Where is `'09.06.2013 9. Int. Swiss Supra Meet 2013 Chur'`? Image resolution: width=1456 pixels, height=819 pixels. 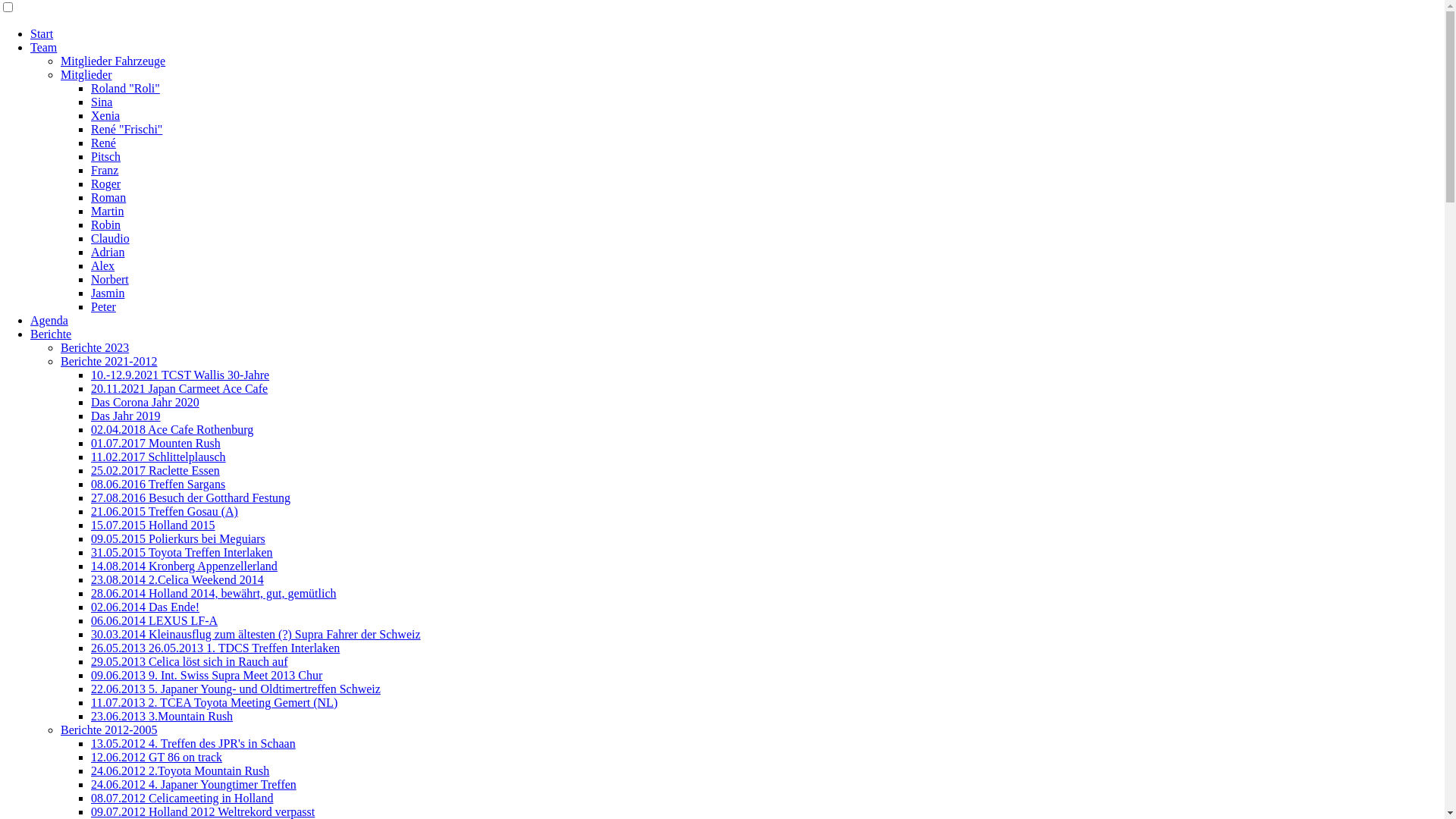 '09.06.2013 9. Int. Swiss Supra Meet 2013 Chur' is located at coordinates (90, 674).